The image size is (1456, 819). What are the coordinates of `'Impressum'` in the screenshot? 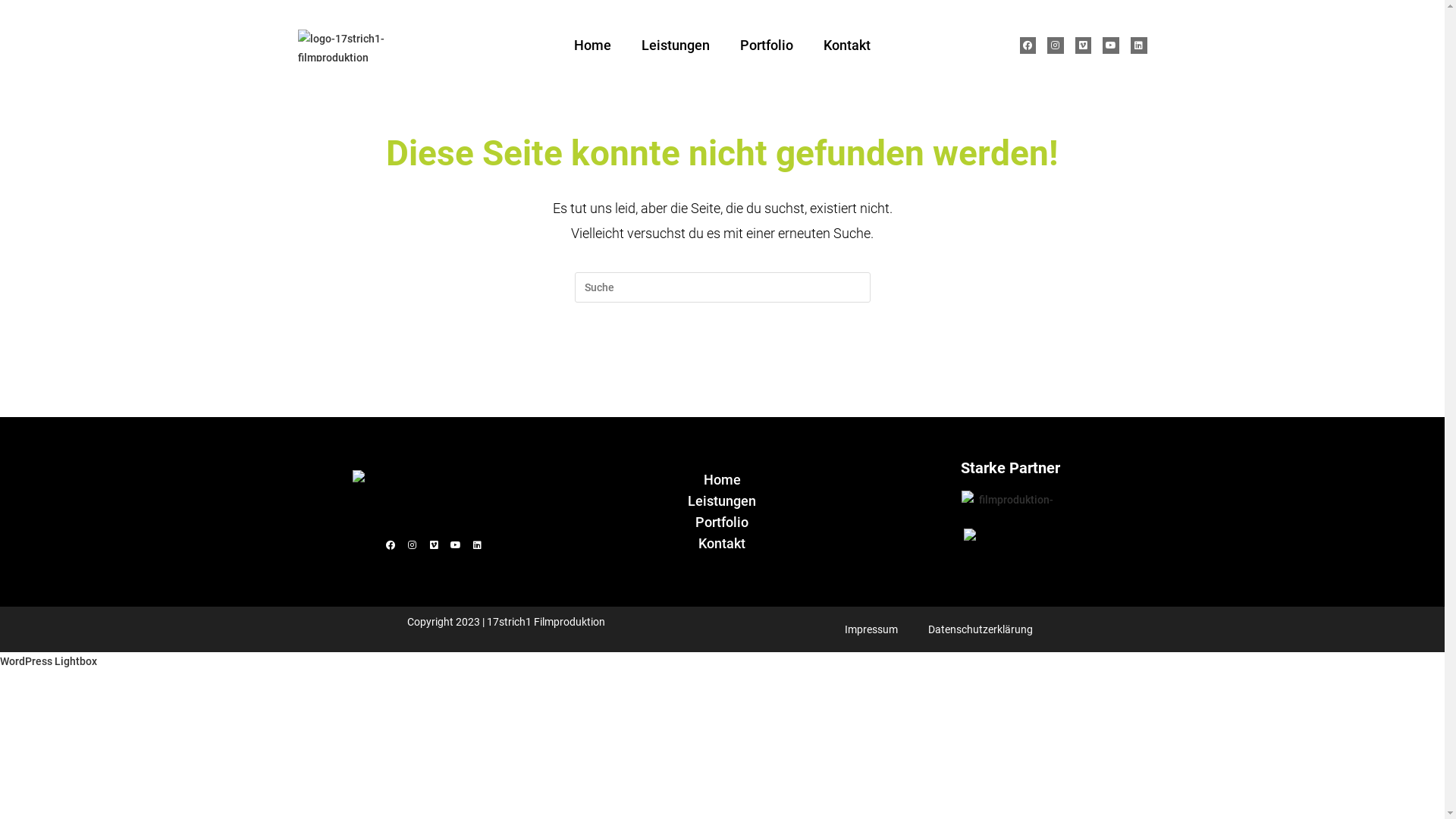 It's located at (871, 629).